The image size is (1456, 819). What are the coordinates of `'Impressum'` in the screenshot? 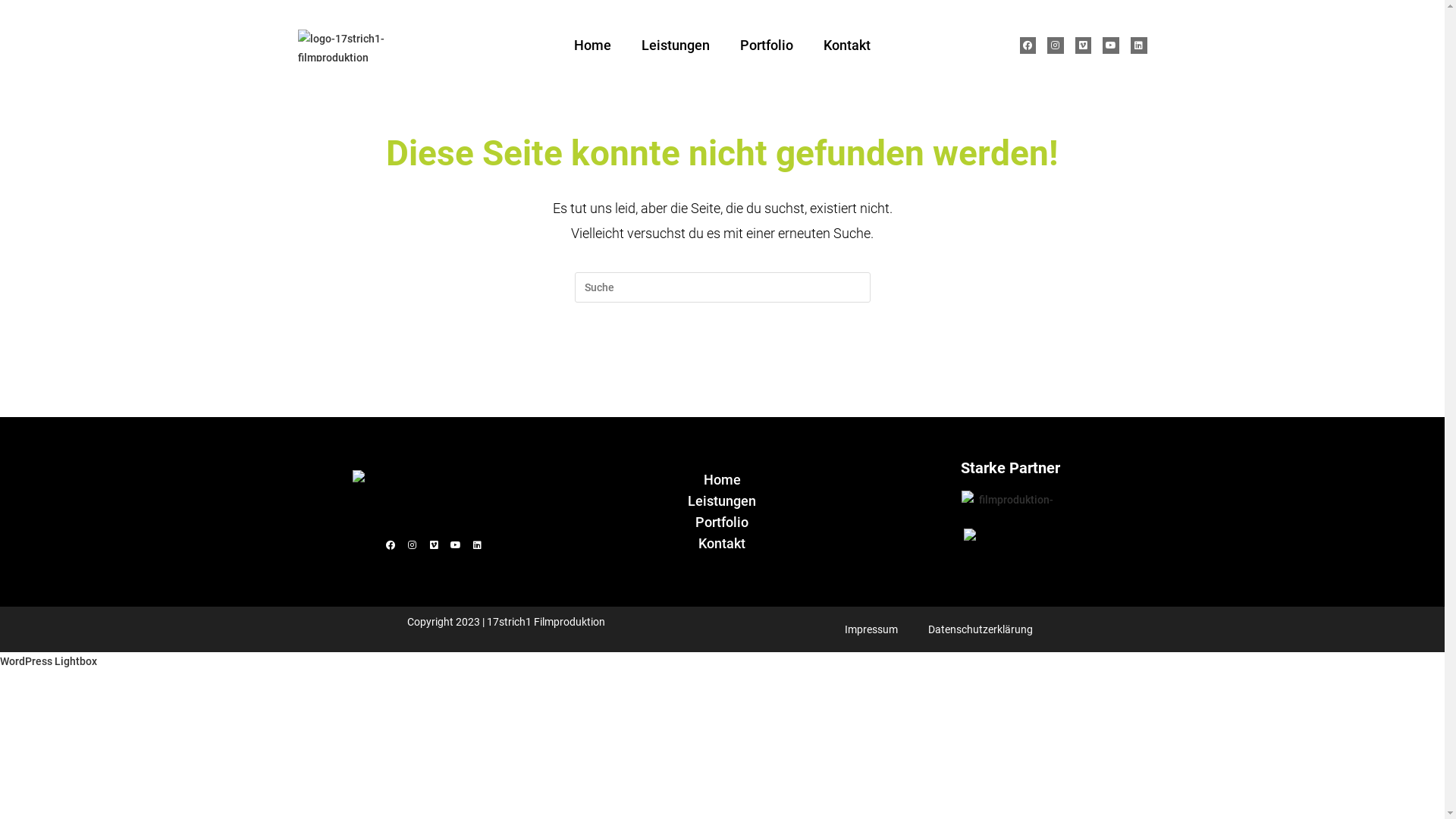 It's located at (871, 629).